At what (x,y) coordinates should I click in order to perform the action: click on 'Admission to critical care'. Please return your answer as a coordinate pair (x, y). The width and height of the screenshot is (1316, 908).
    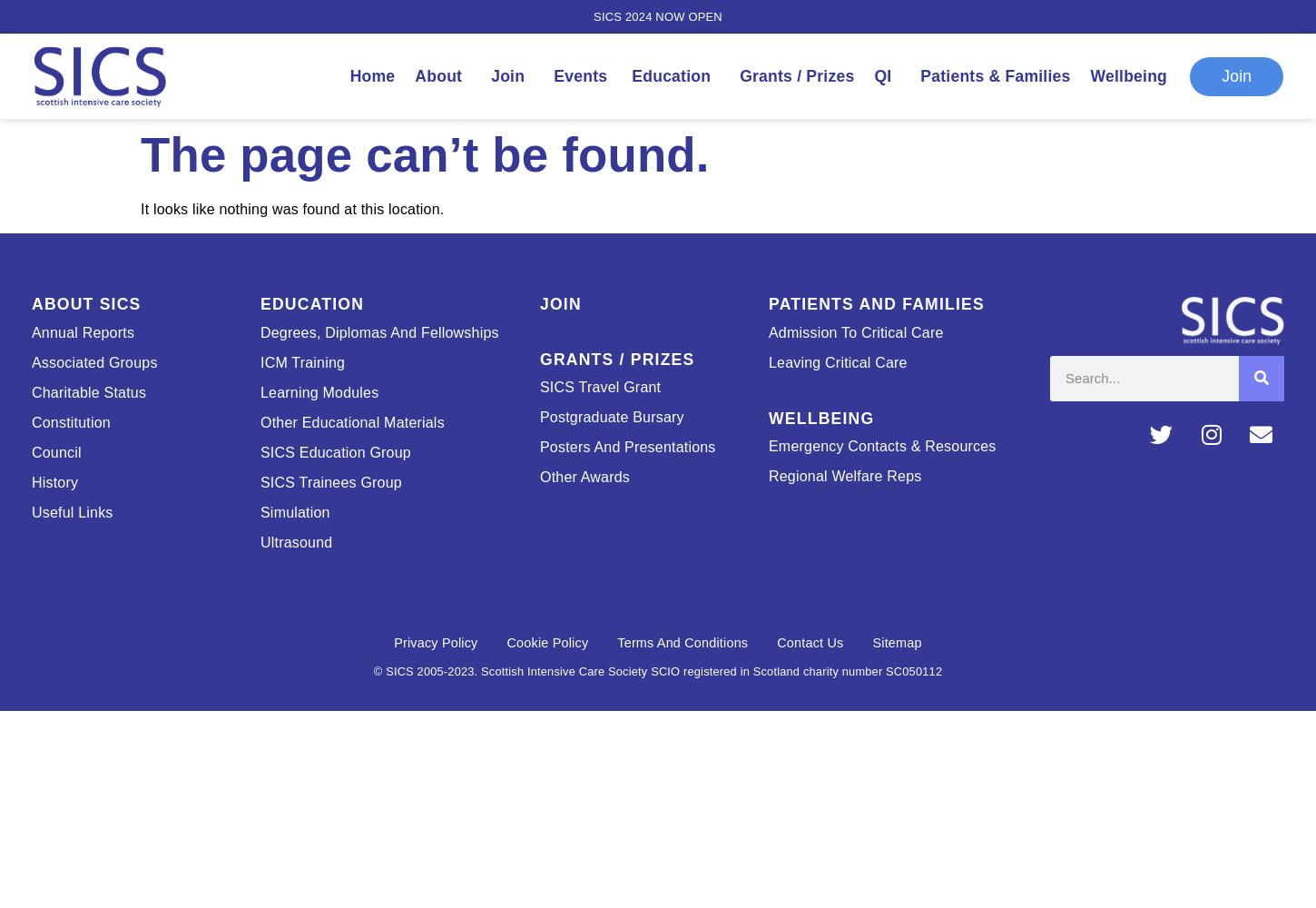
    Looking at the image, I should click on (854, 331).